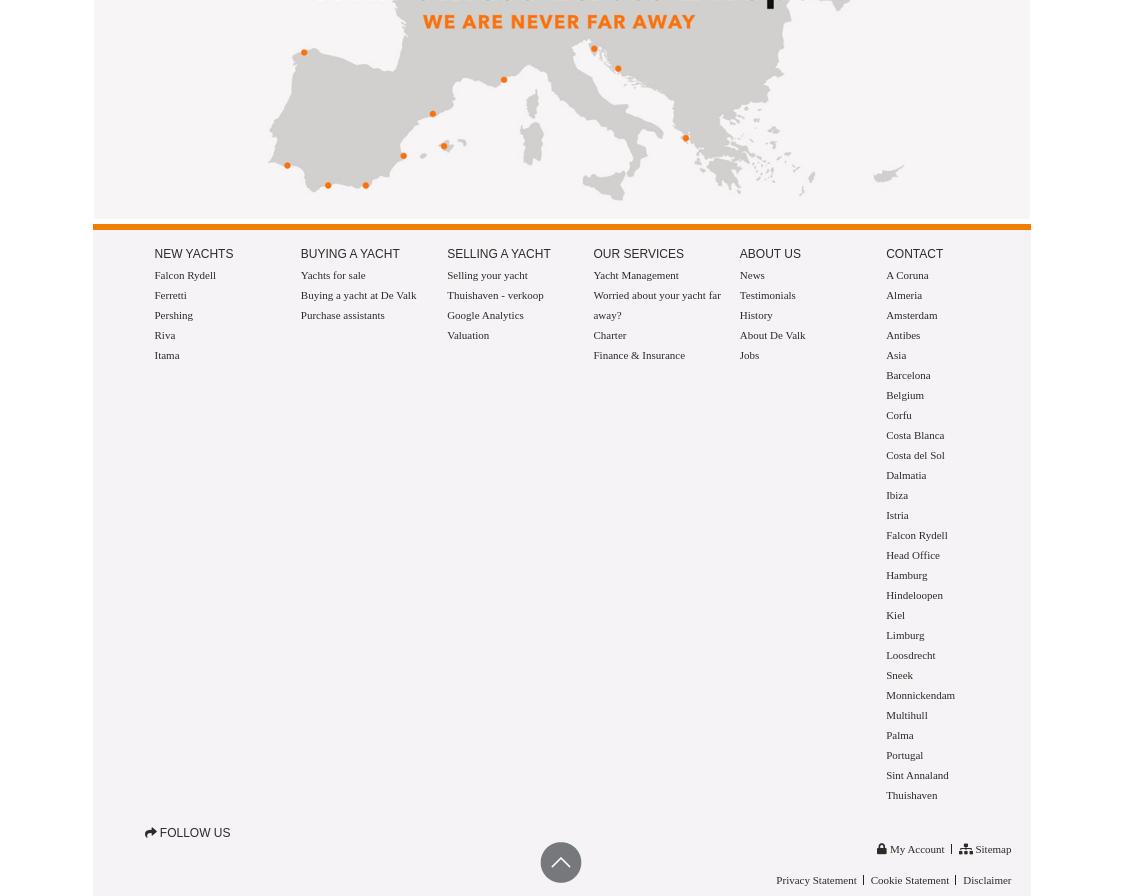 Image resolution: width=1123 pixels, height=896 pixels. I want to click on 'Buying a yacht', so click(349, 254).